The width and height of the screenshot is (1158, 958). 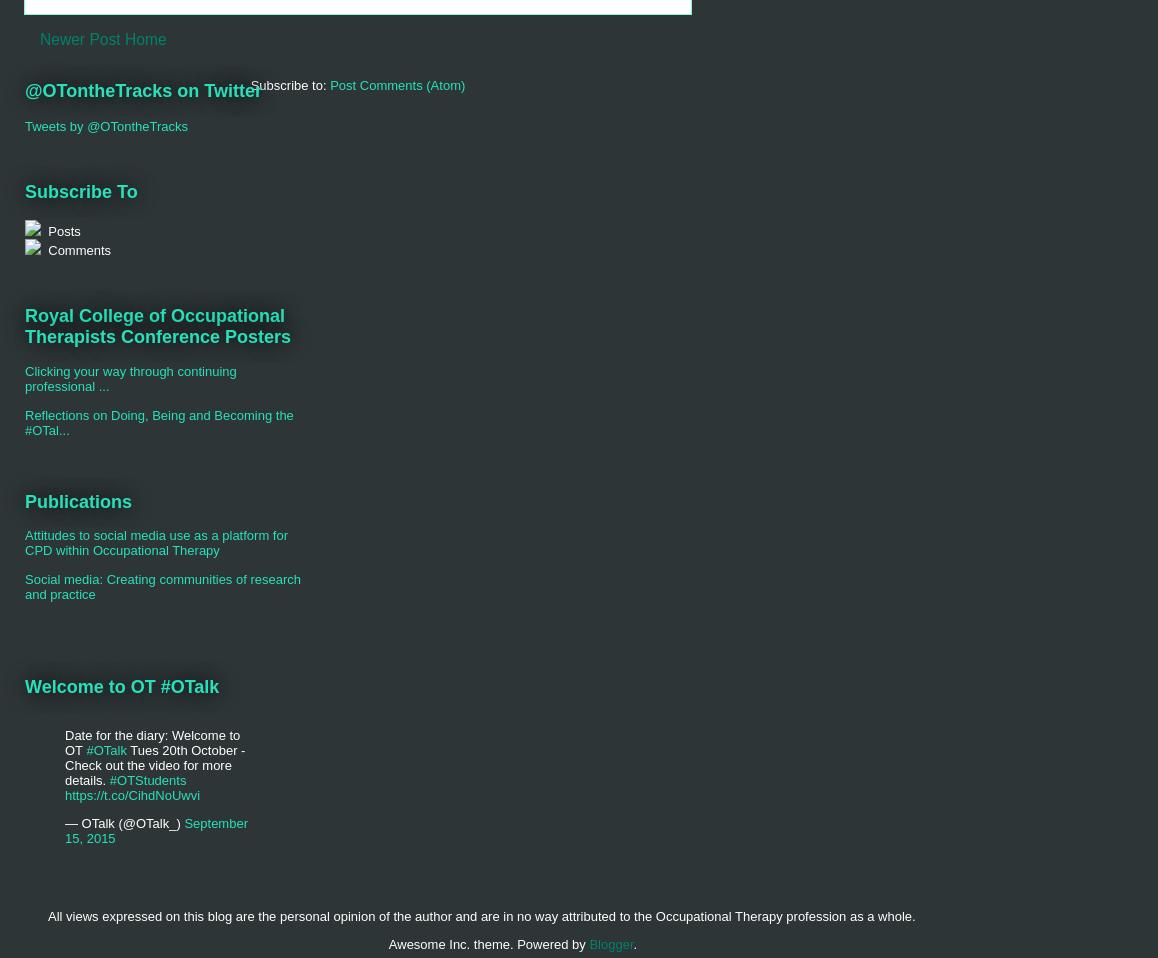 What do you see at coordinates (129, 377) in the screenshot?
I see `'Clicking your way through continuing professional ...'` at bounding box center [129, 377].